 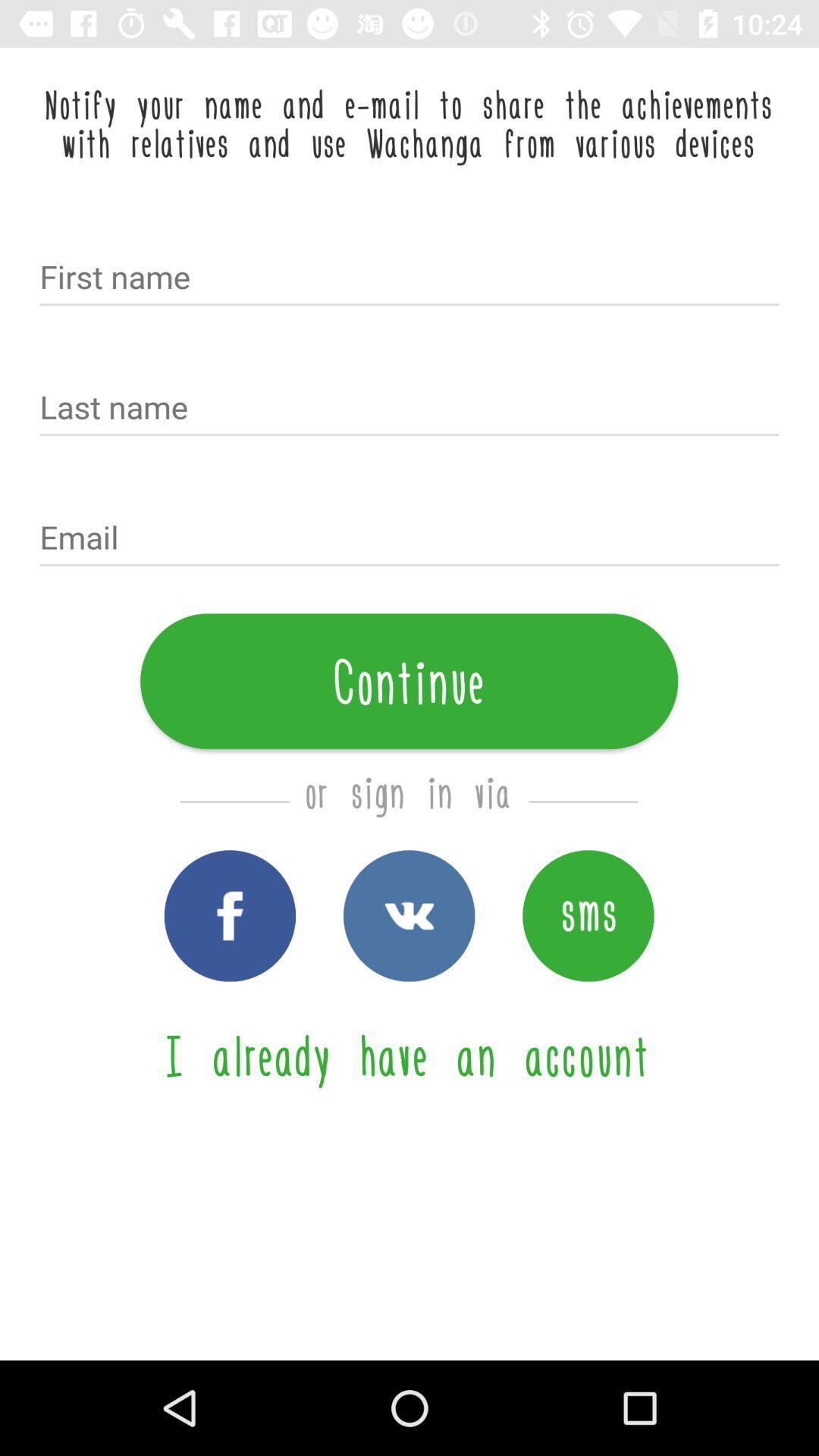 I want to click on login using vk account, so click(x=408, y=915).